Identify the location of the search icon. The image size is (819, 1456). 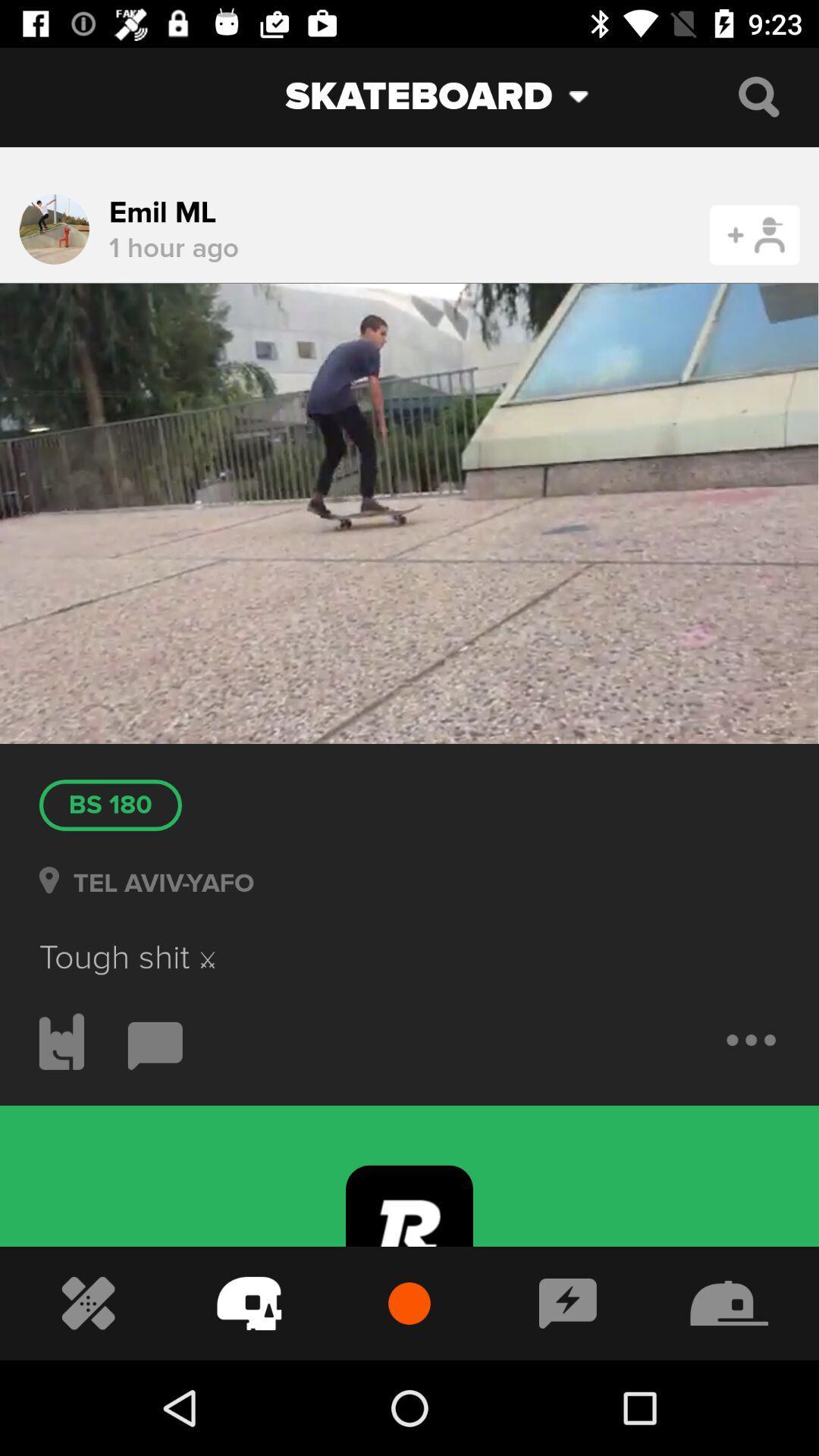
(758, 96).